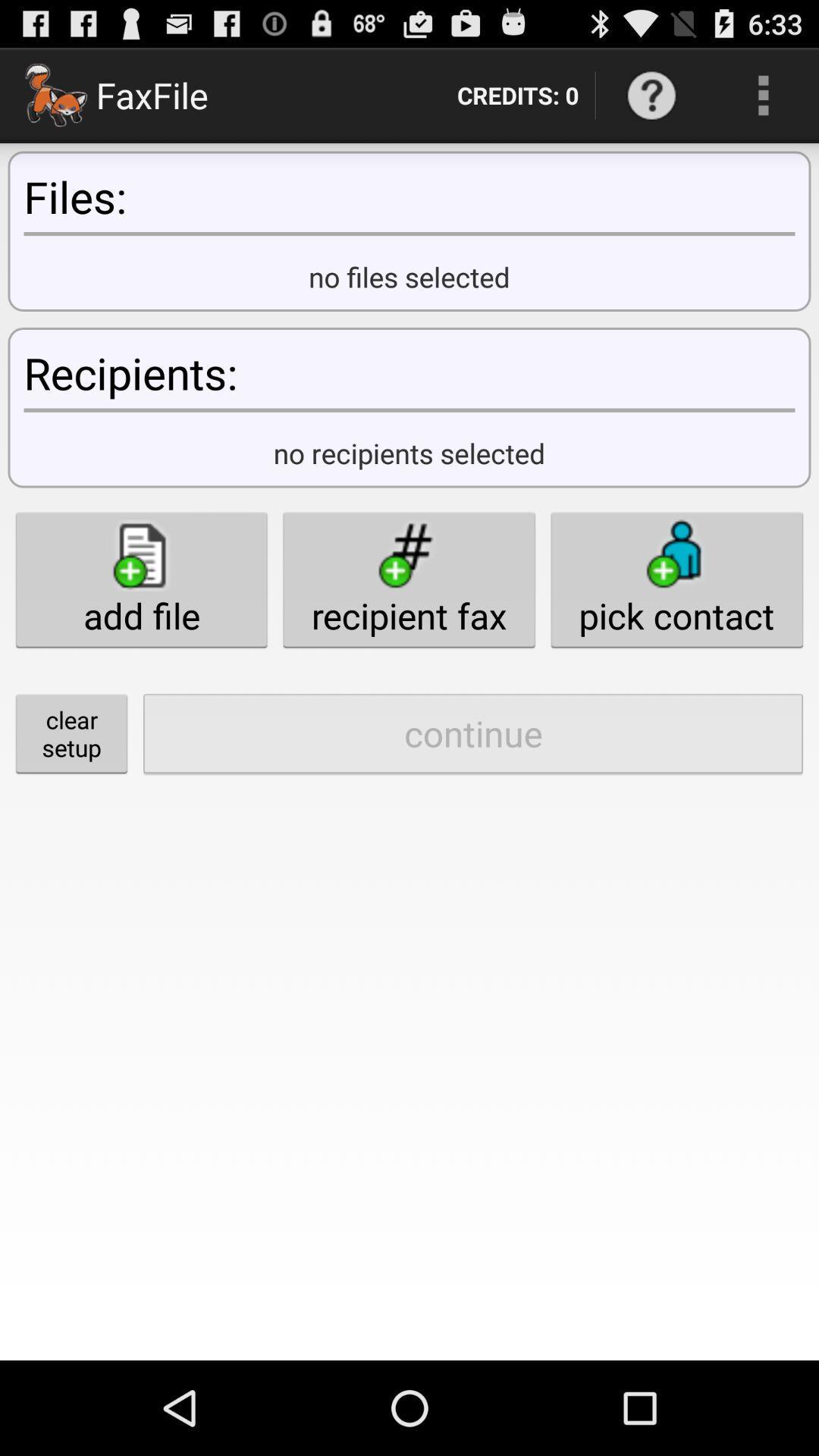 This screenshot has width=819, height=1456. Describe the element at coordinates (408, 579) in the screenshot. I see `button above the continue item` at that location.